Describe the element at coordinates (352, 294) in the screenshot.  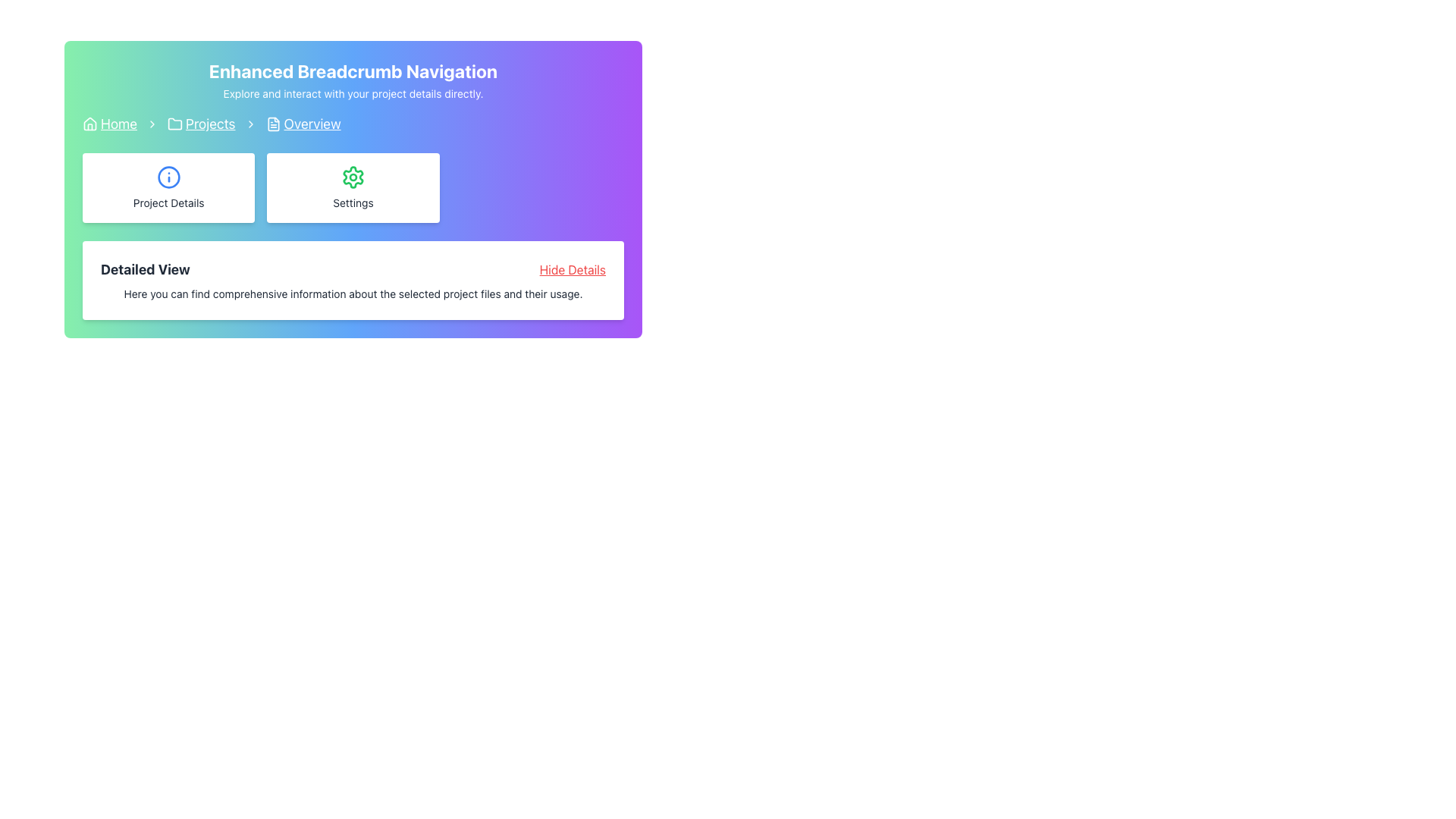
I see `the static text field located below the 'Detailed View' header and next to the 'Hide Details' link, which is styled in a smaller font within a white box` at that location.